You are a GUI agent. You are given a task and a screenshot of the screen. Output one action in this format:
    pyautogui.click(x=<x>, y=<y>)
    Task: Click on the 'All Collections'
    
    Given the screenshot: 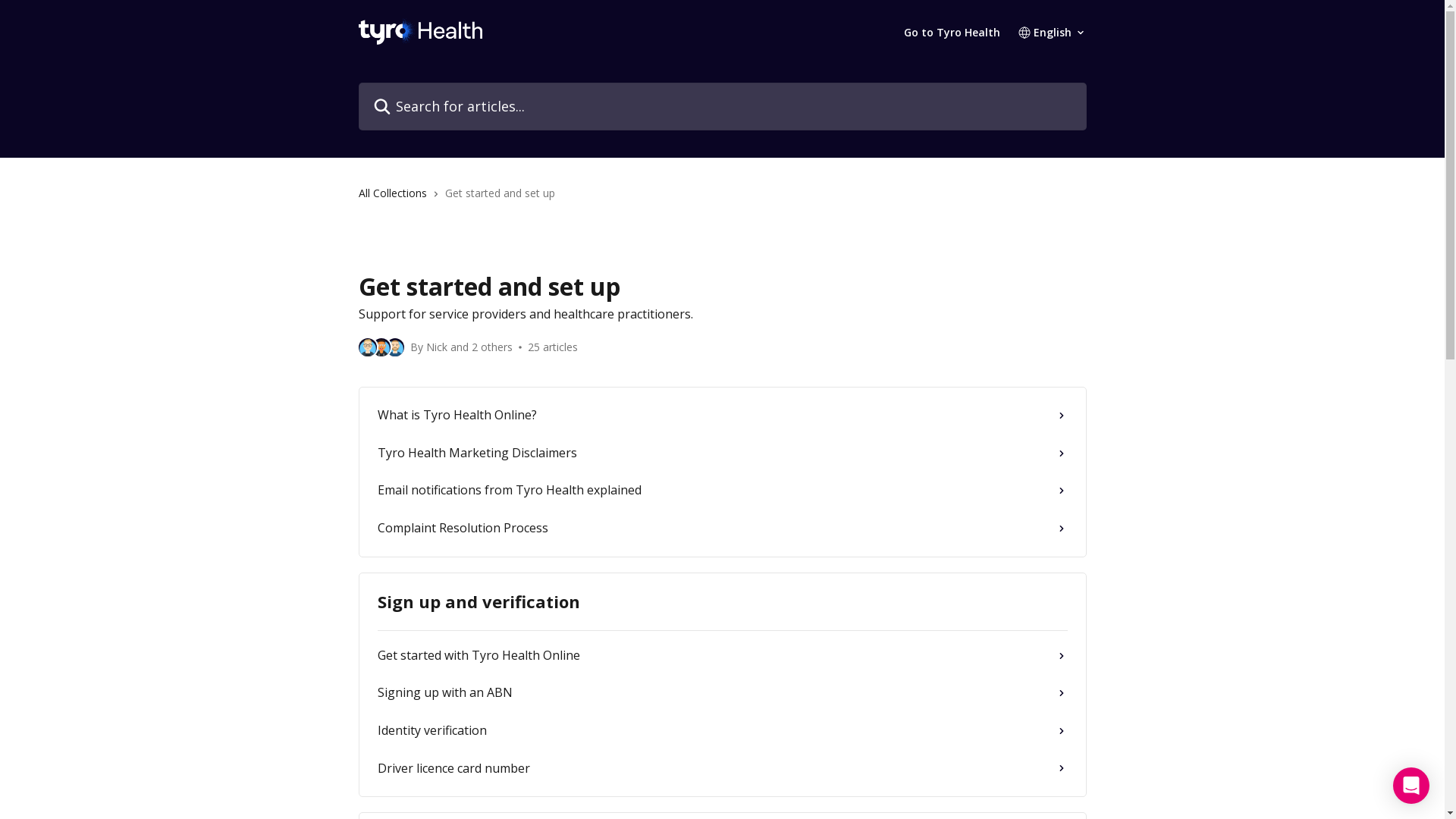 What is the action you would take?
    pyautogui.click(x=395, y=192)
    